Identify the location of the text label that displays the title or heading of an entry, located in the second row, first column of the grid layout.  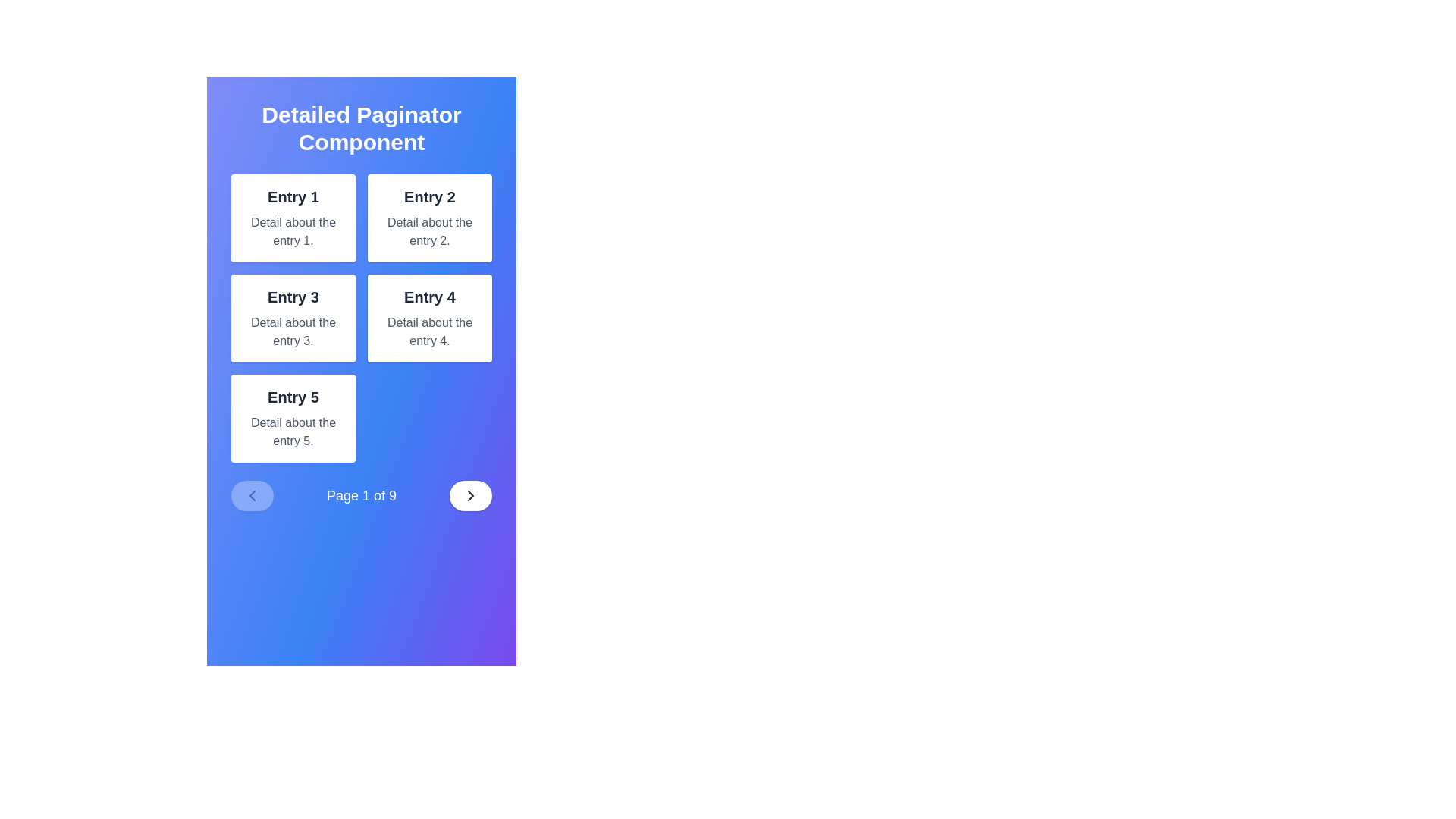
(293, 297).